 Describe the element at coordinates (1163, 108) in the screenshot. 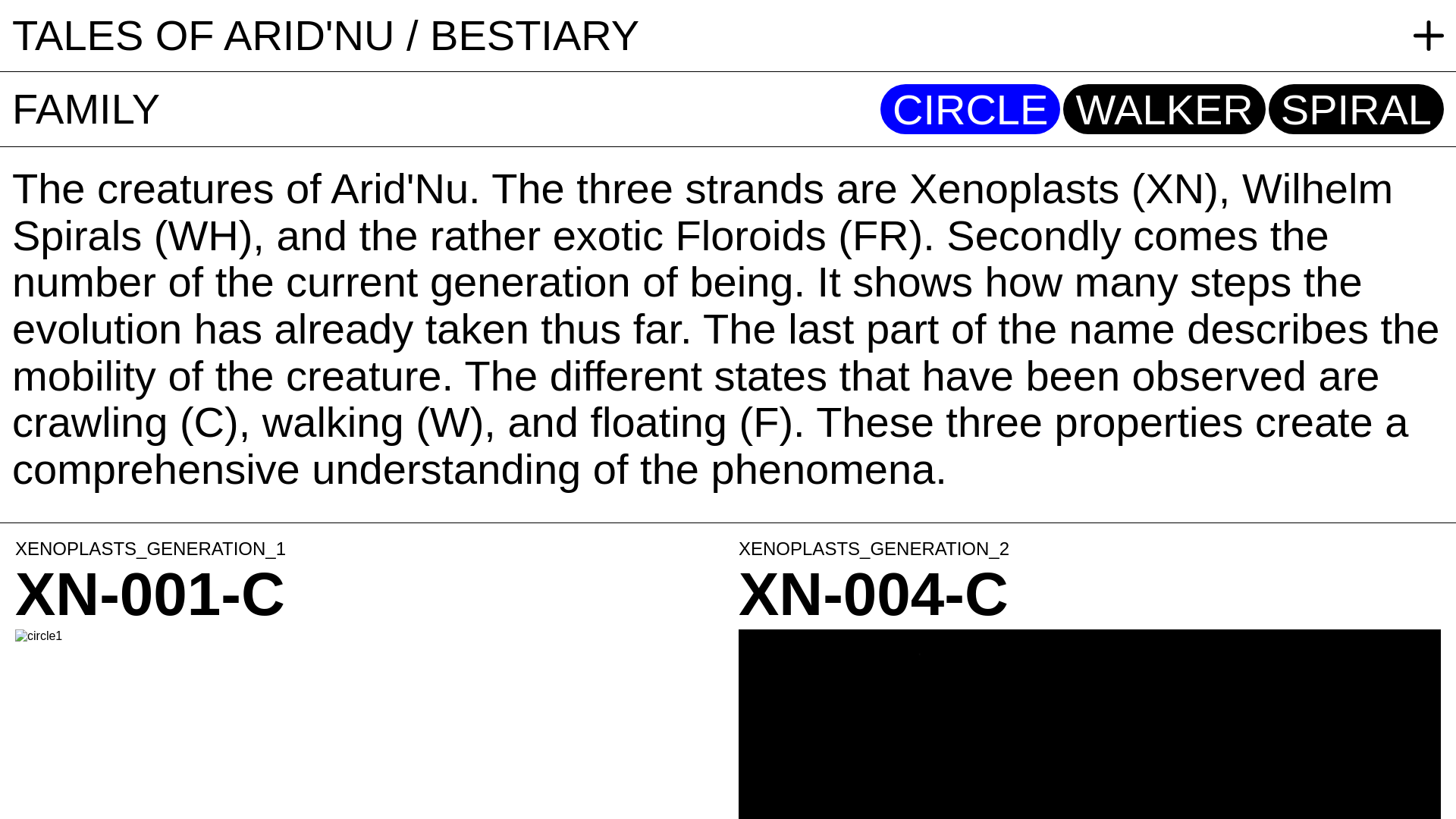

I see `'WALKER'` at that location.